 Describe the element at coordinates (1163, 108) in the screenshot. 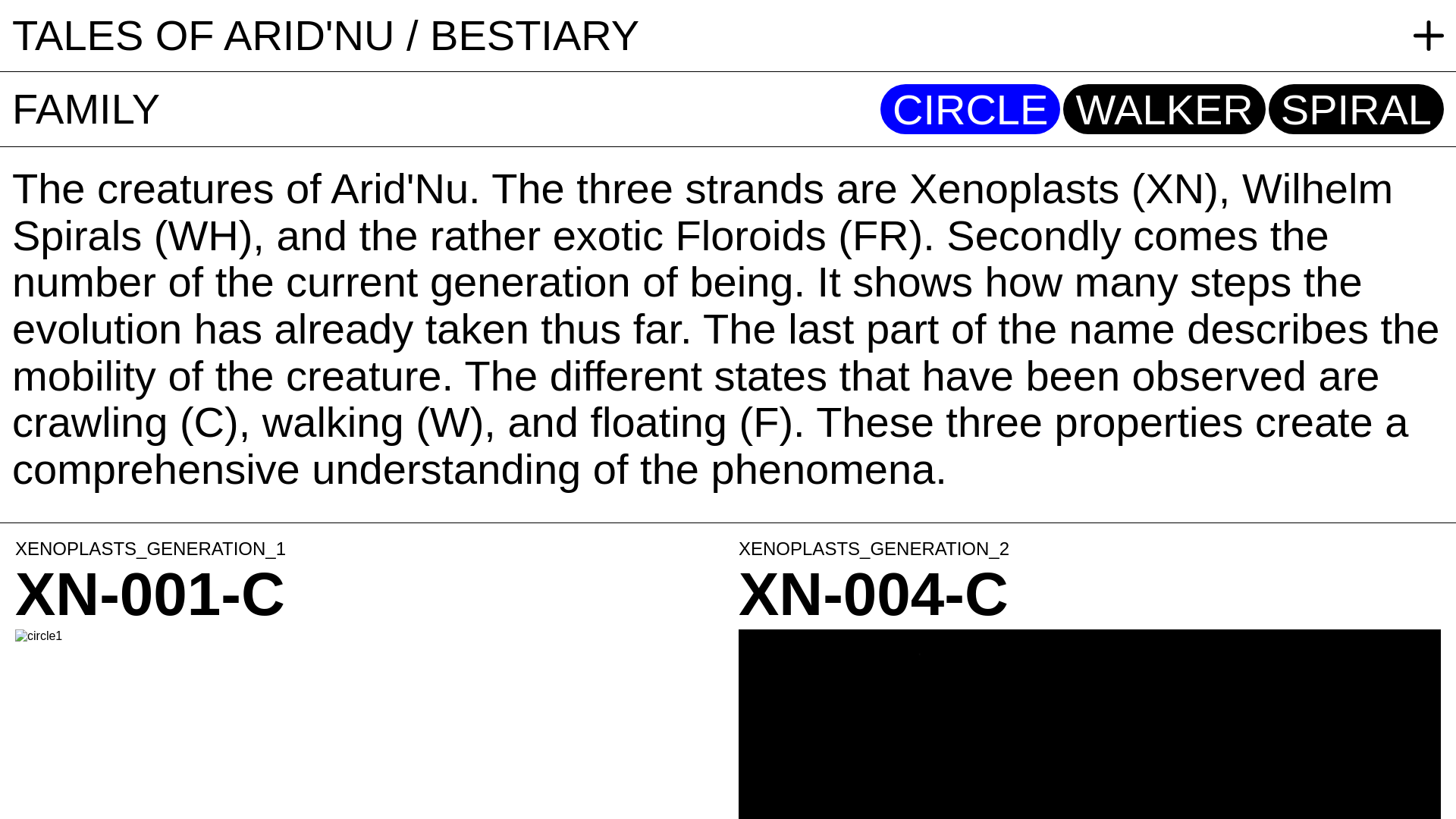

I see `'WALKER'` at that location.